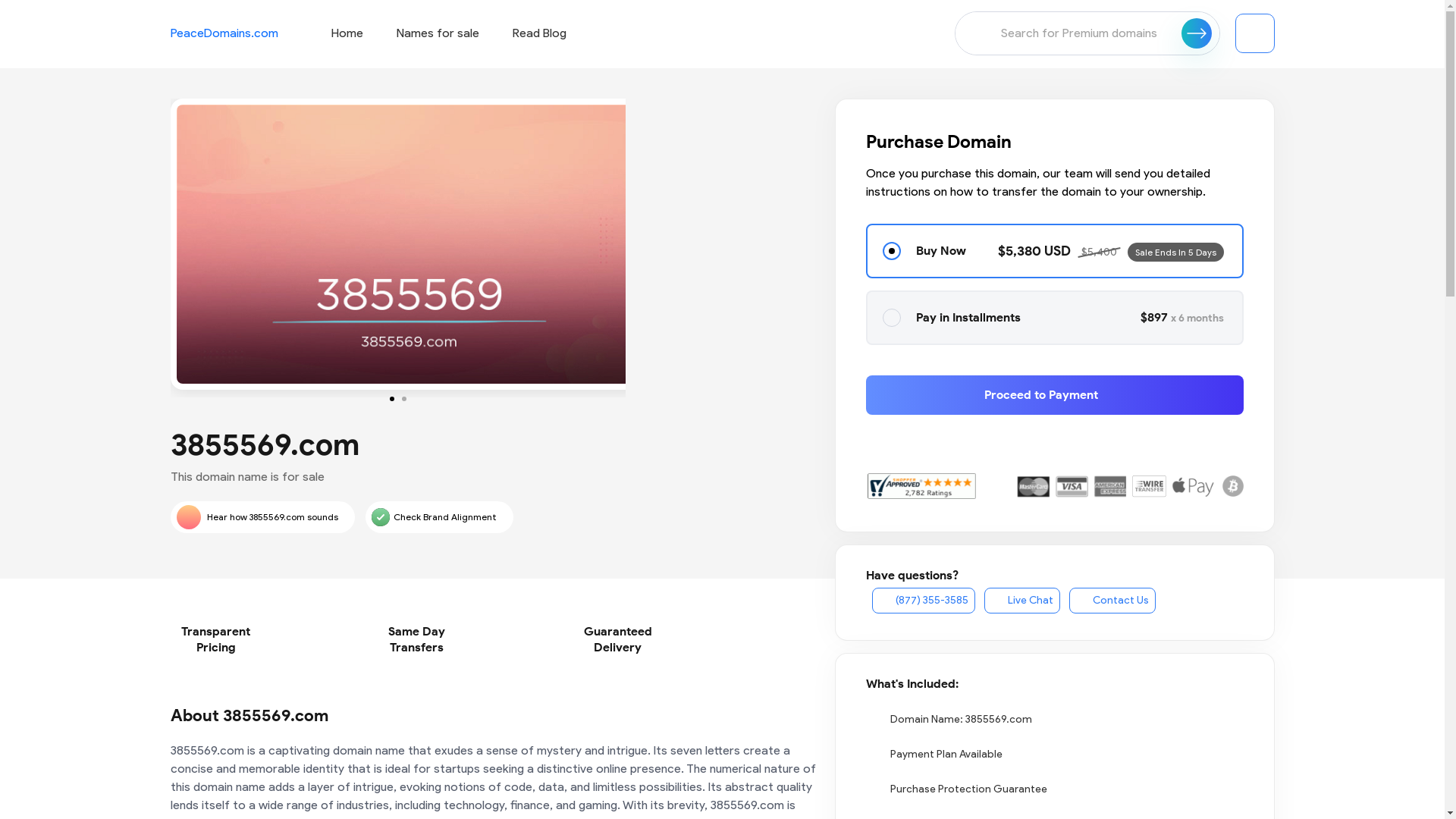  I want to click on '(877) 355-3585', so click(923, 599).